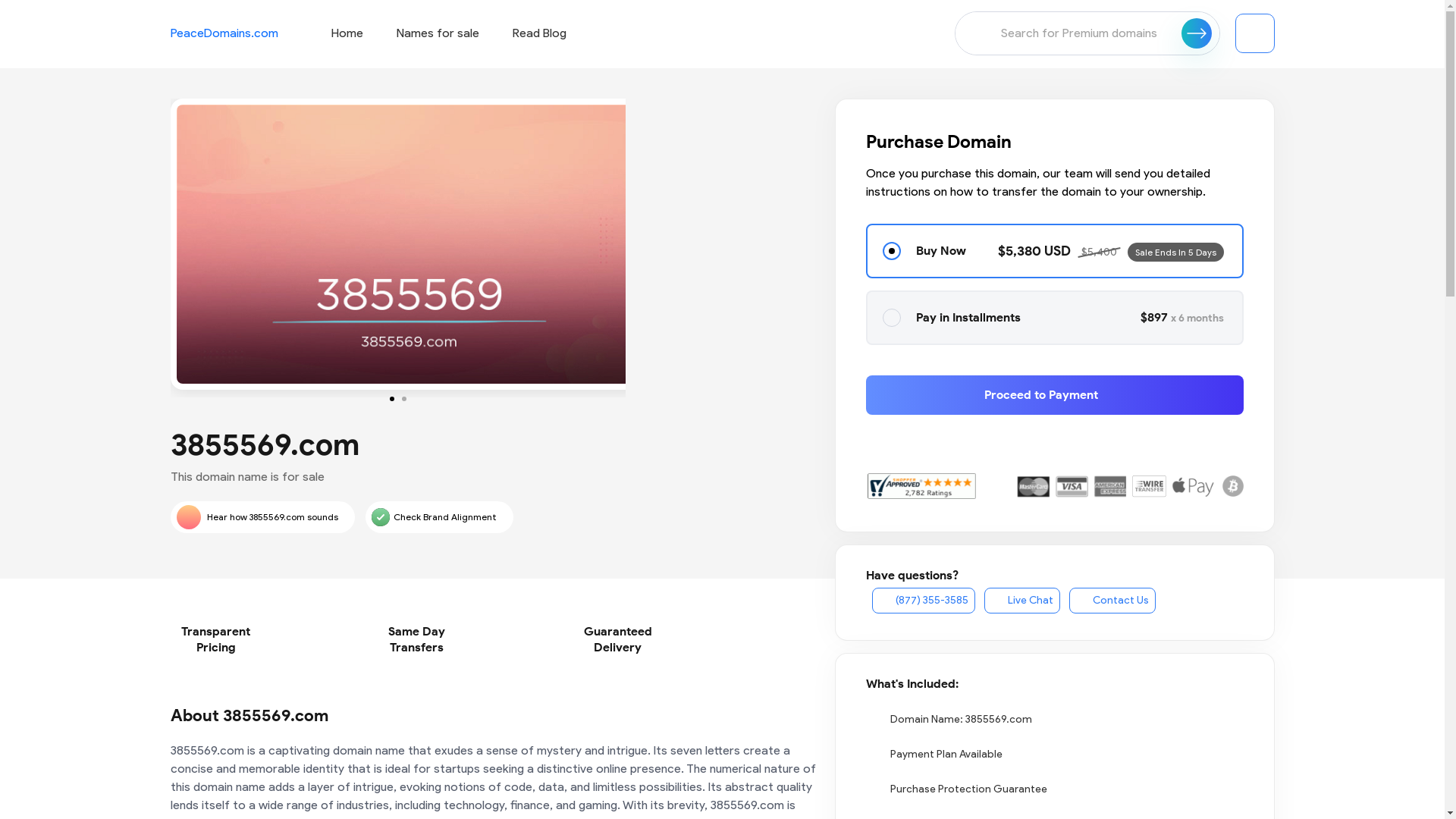  I want to click on '(877) 355-3585', so click(923, 599).